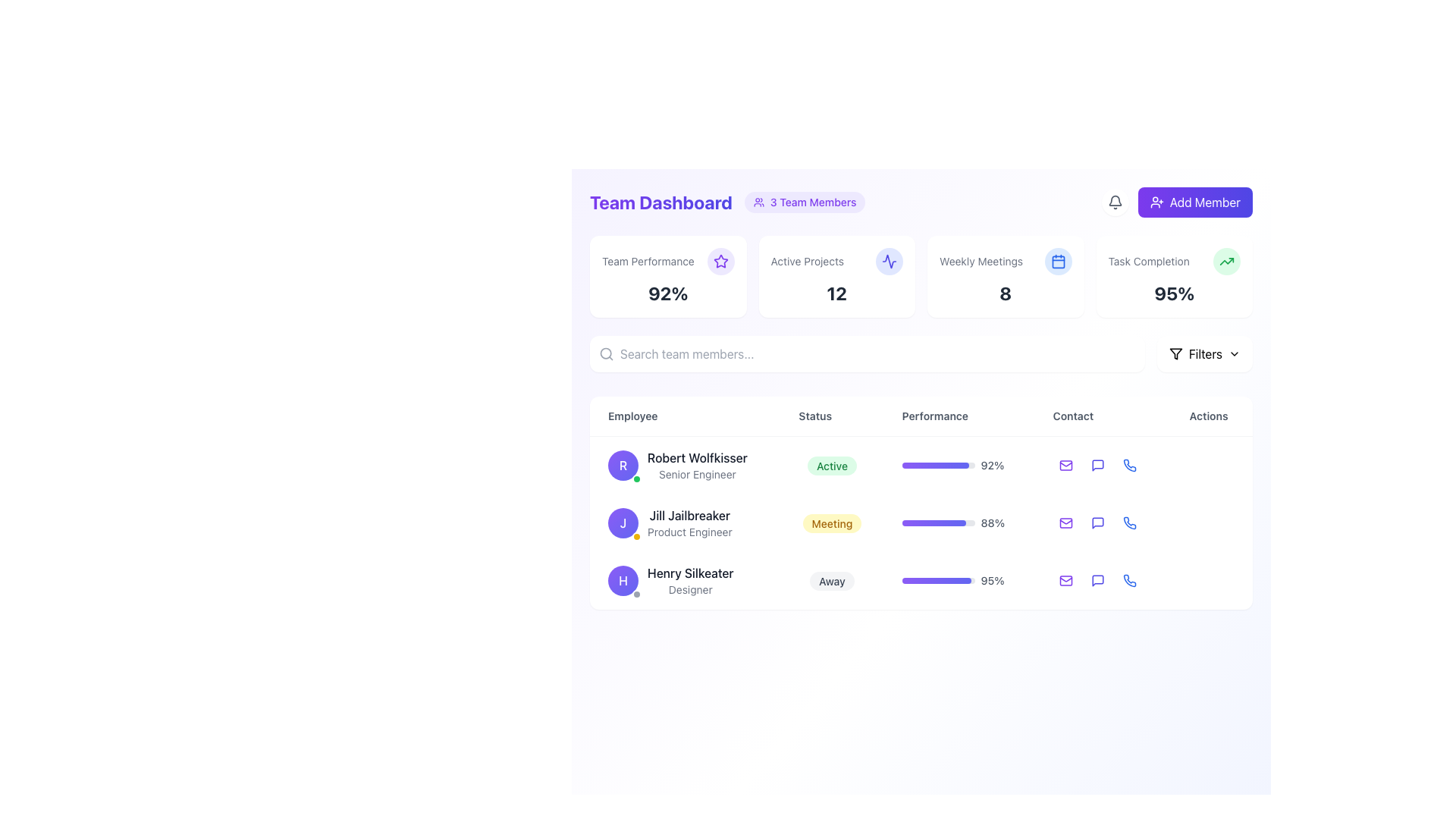 The image size is (1456, 819). What do you see at coordinates (623, 580) in the screenshot?
I see `the decorative avatar representing user 'Henry Silkeater' located in the leftmost section of the list entry` at bounding box center [623, 580].